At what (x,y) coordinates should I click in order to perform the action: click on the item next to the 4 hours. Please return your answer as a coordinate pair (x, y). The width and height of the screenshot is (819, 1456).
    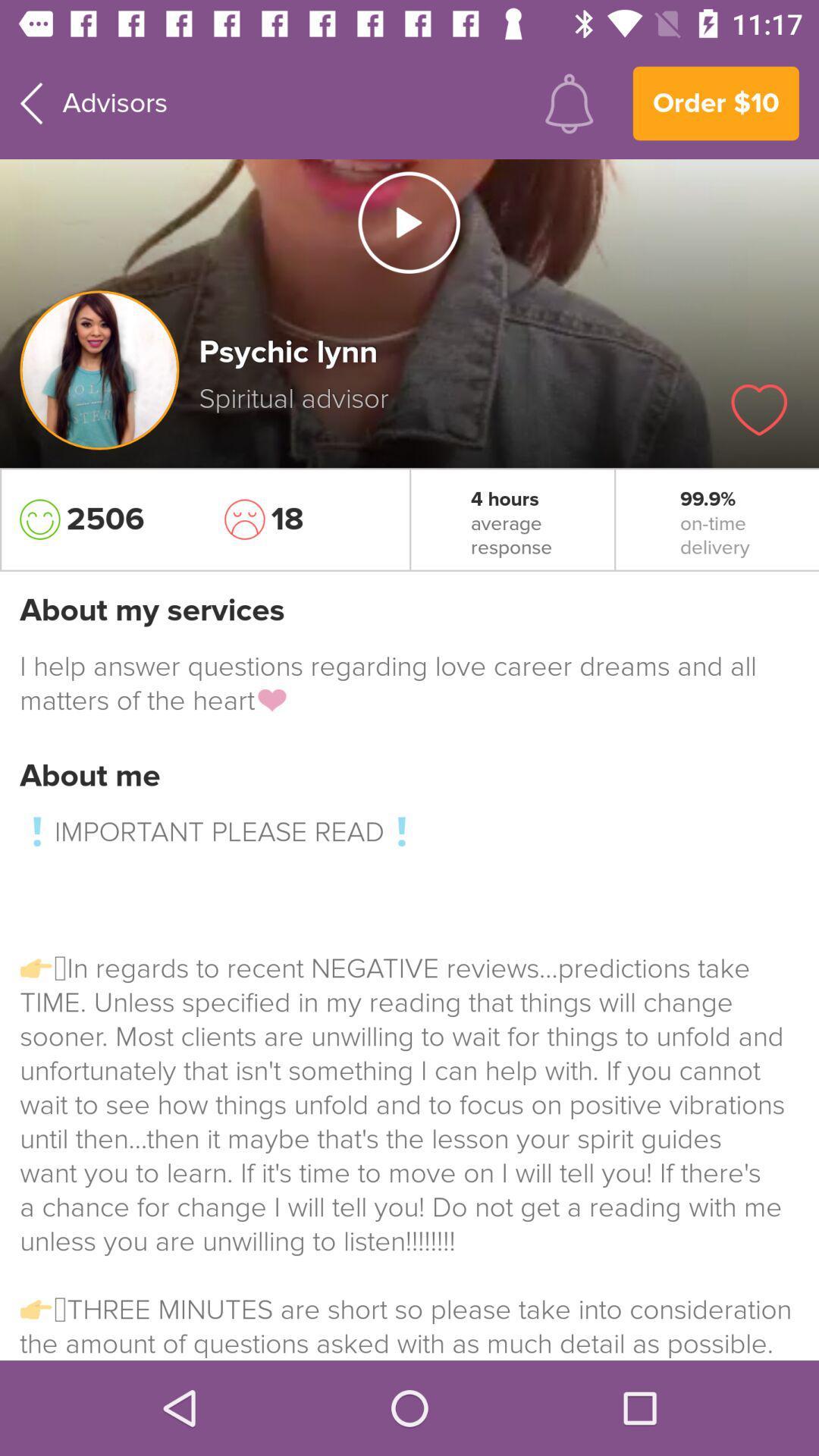
    Looking at the image, I should click on (307, 519).